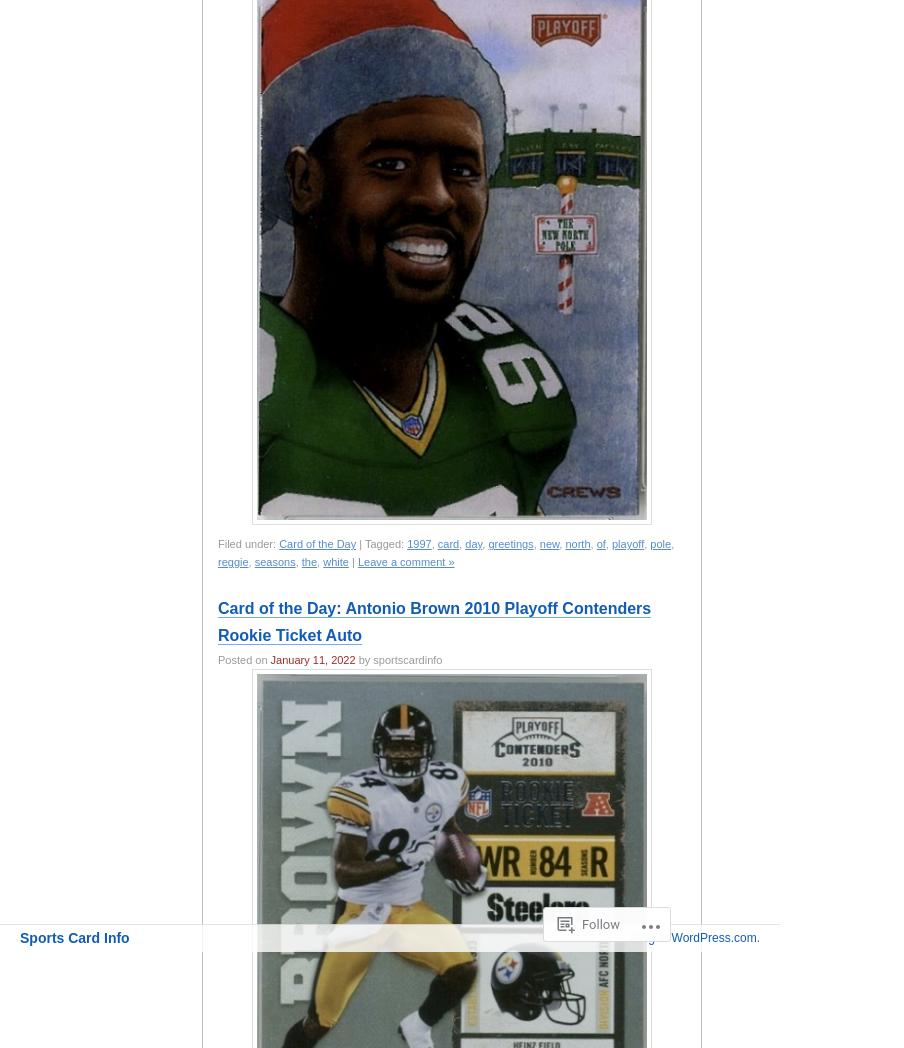  I want to click on 'by sportscardinfo', so click(398, 660).